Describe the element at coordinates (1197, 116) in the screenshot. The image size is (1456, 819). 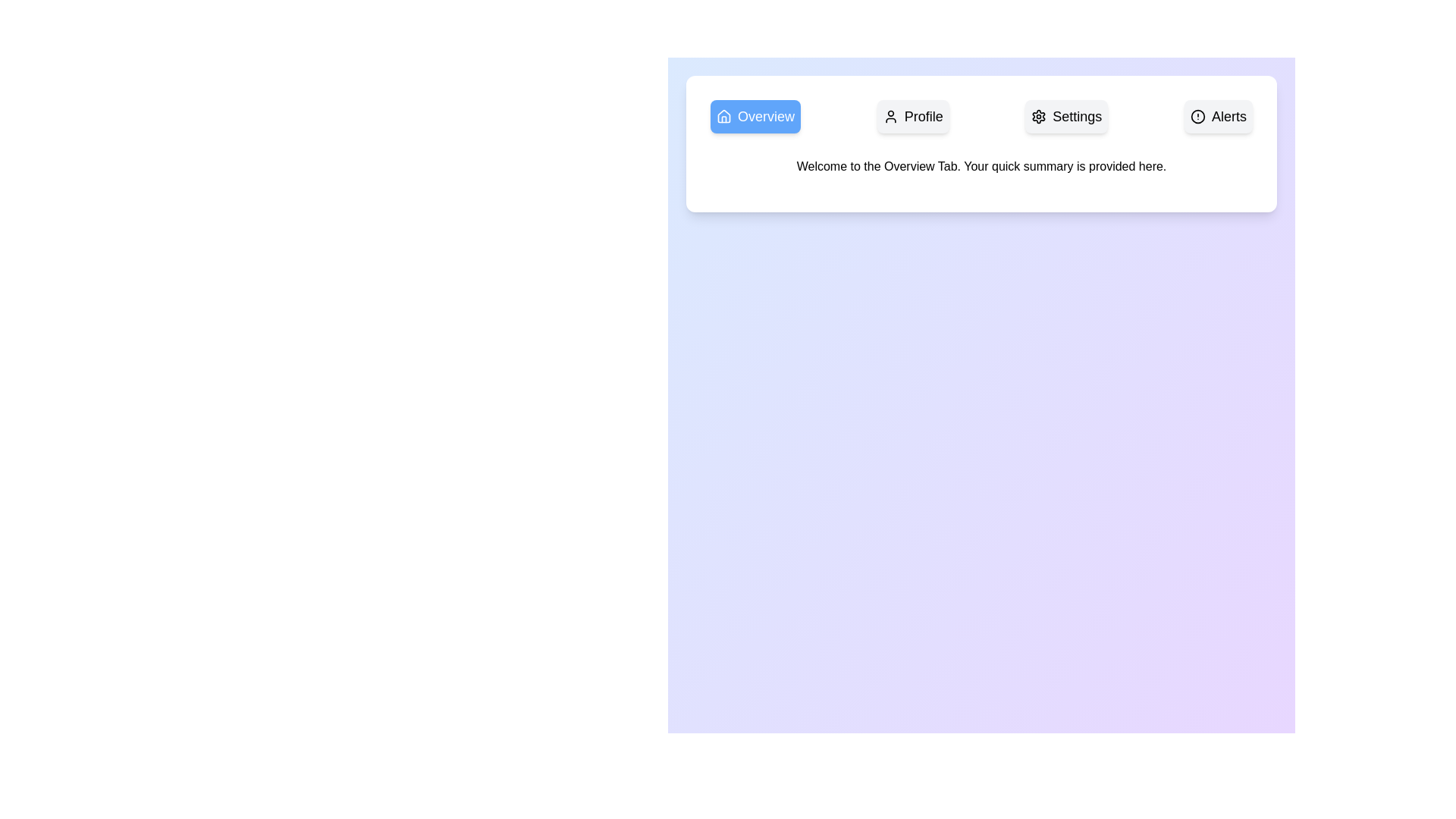
I see `the decorative or informational alert icon located at the leftmost position of the 'Alerts' button in the top-right area of the interface` at that location.